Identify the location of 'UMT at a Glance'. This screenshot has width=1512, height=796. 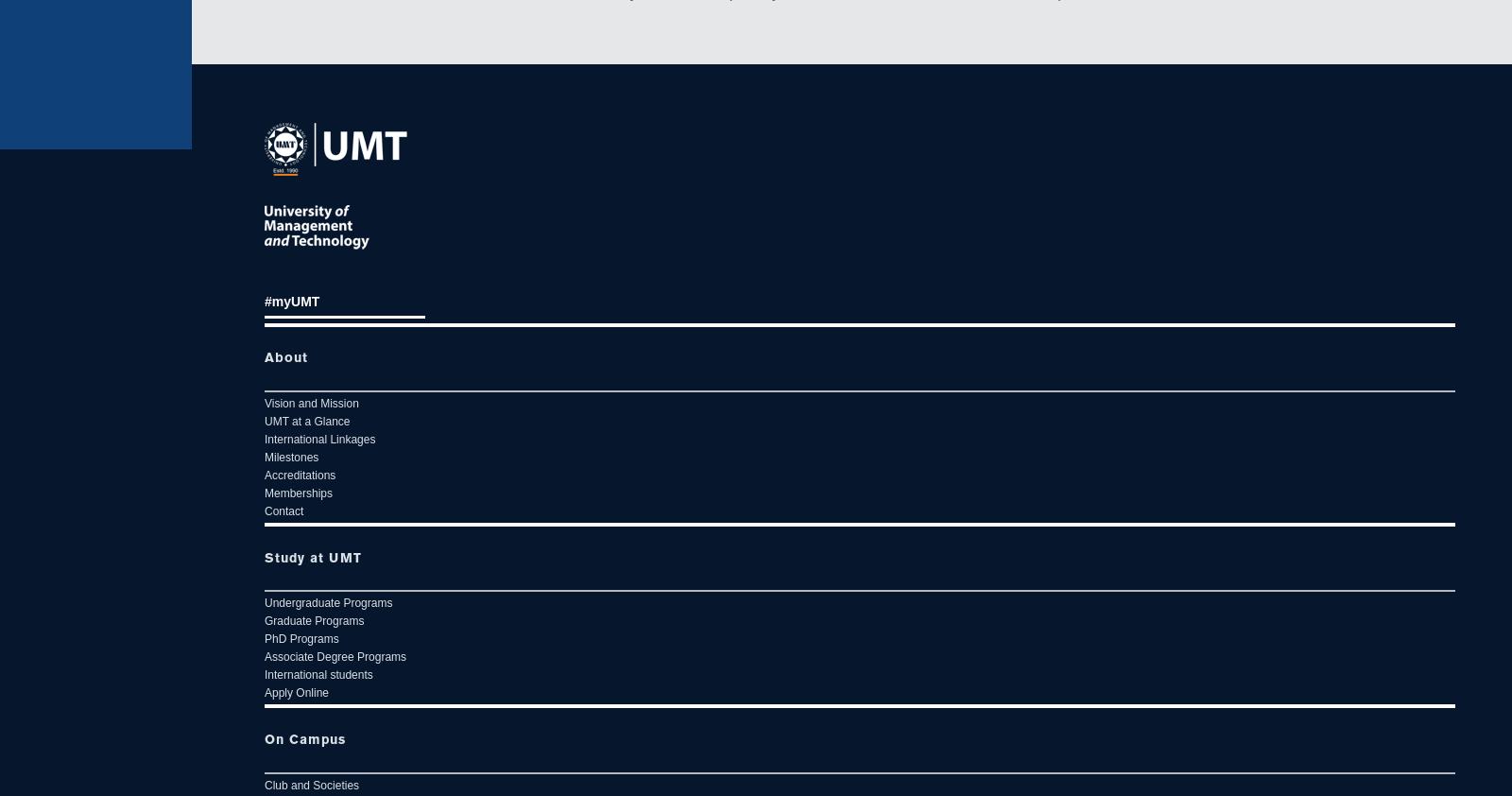
(306, 419).